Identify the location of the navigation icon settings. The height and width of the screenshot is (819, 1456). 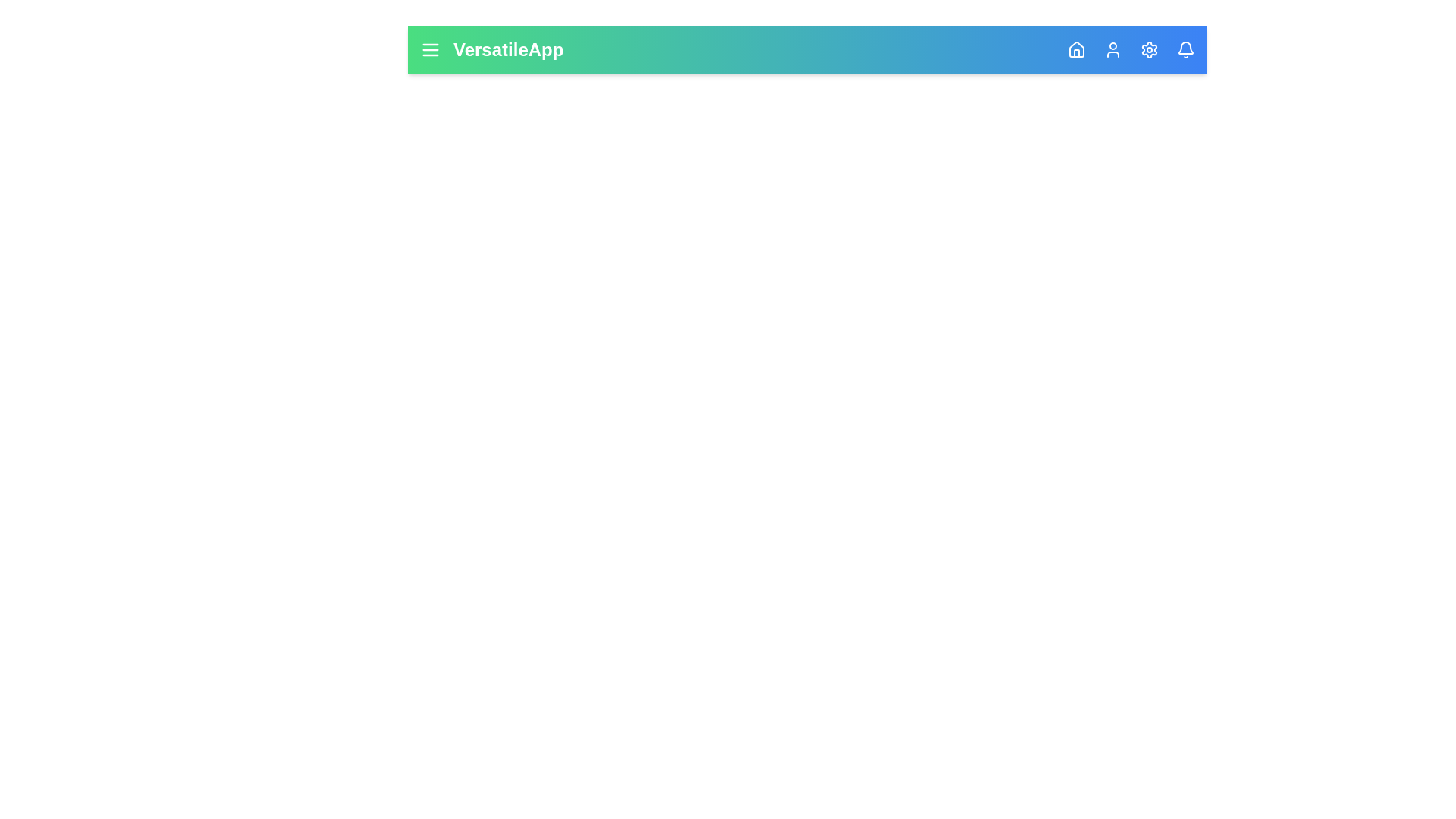
(1150, 49).